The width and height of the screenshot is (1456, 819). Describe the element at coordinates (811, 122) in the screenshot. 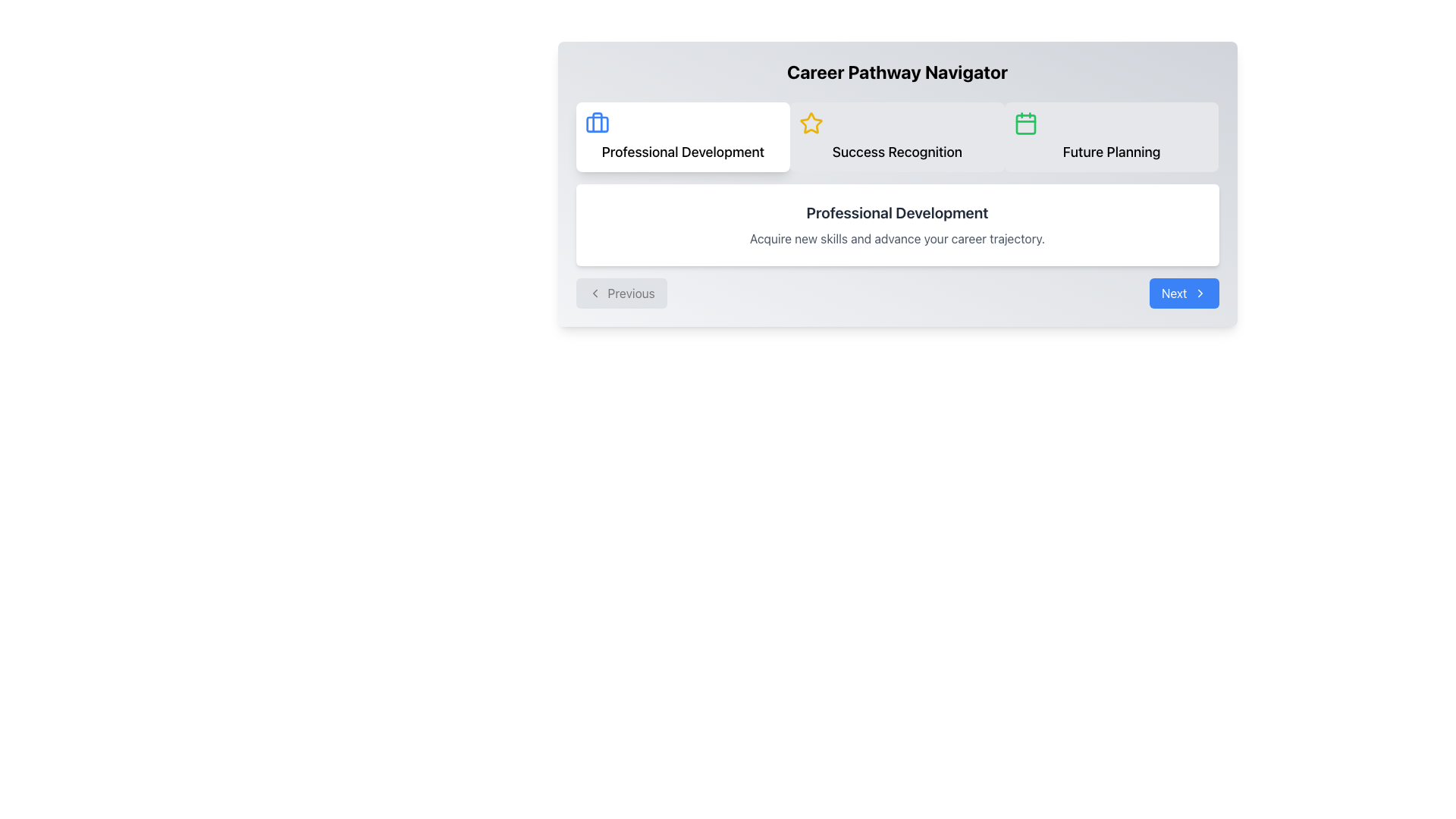

I see `the 'Success Recognition' icon located in the horizontal navigation bar, which is the second icon to the right of 'Professional Development' and to the left of 'Future Planning'` at that location.